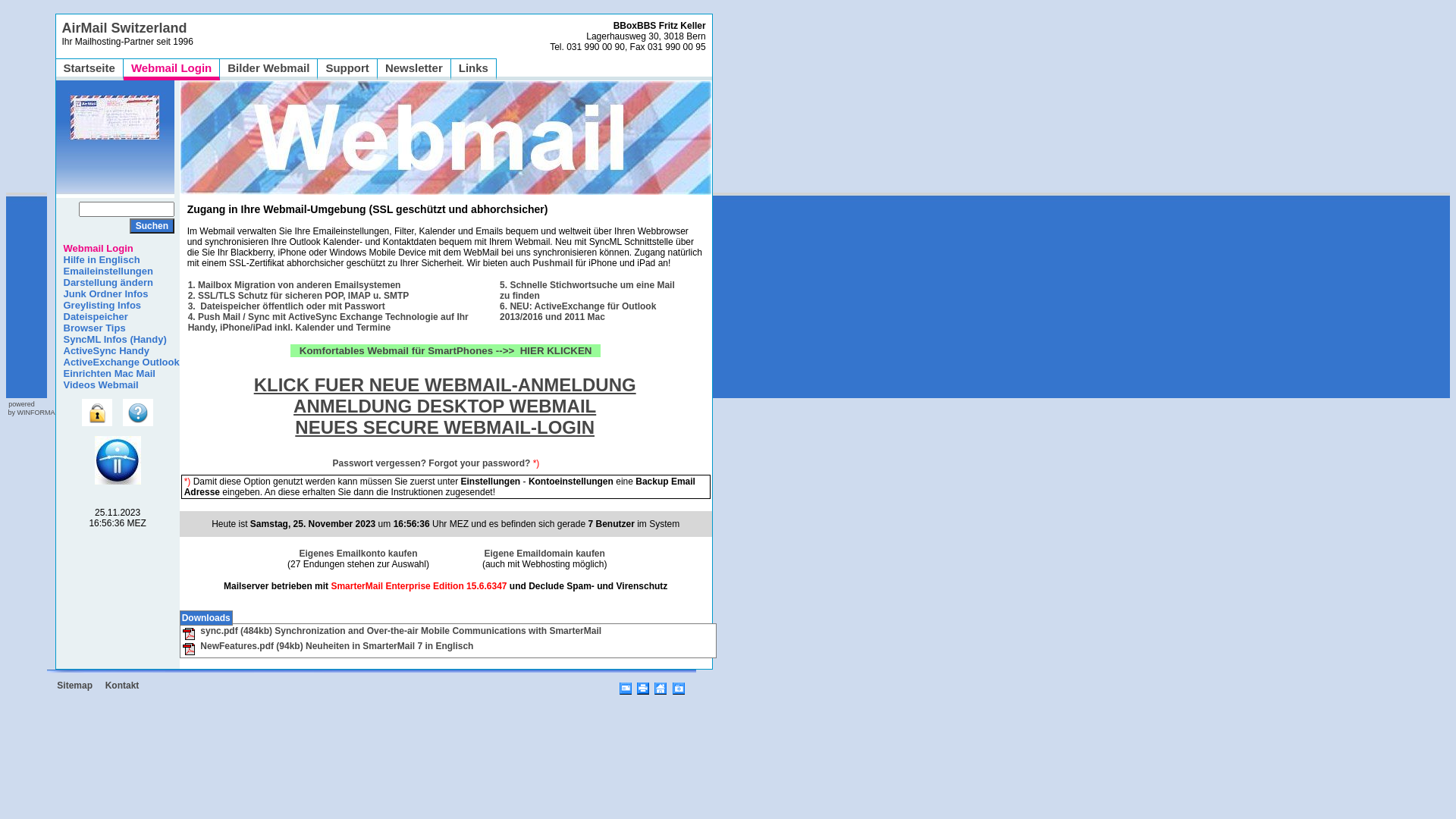 Image resolution: width=1456 pixels, height=819 pixels. I want to click on 'Pushmail', so click(551, 262).